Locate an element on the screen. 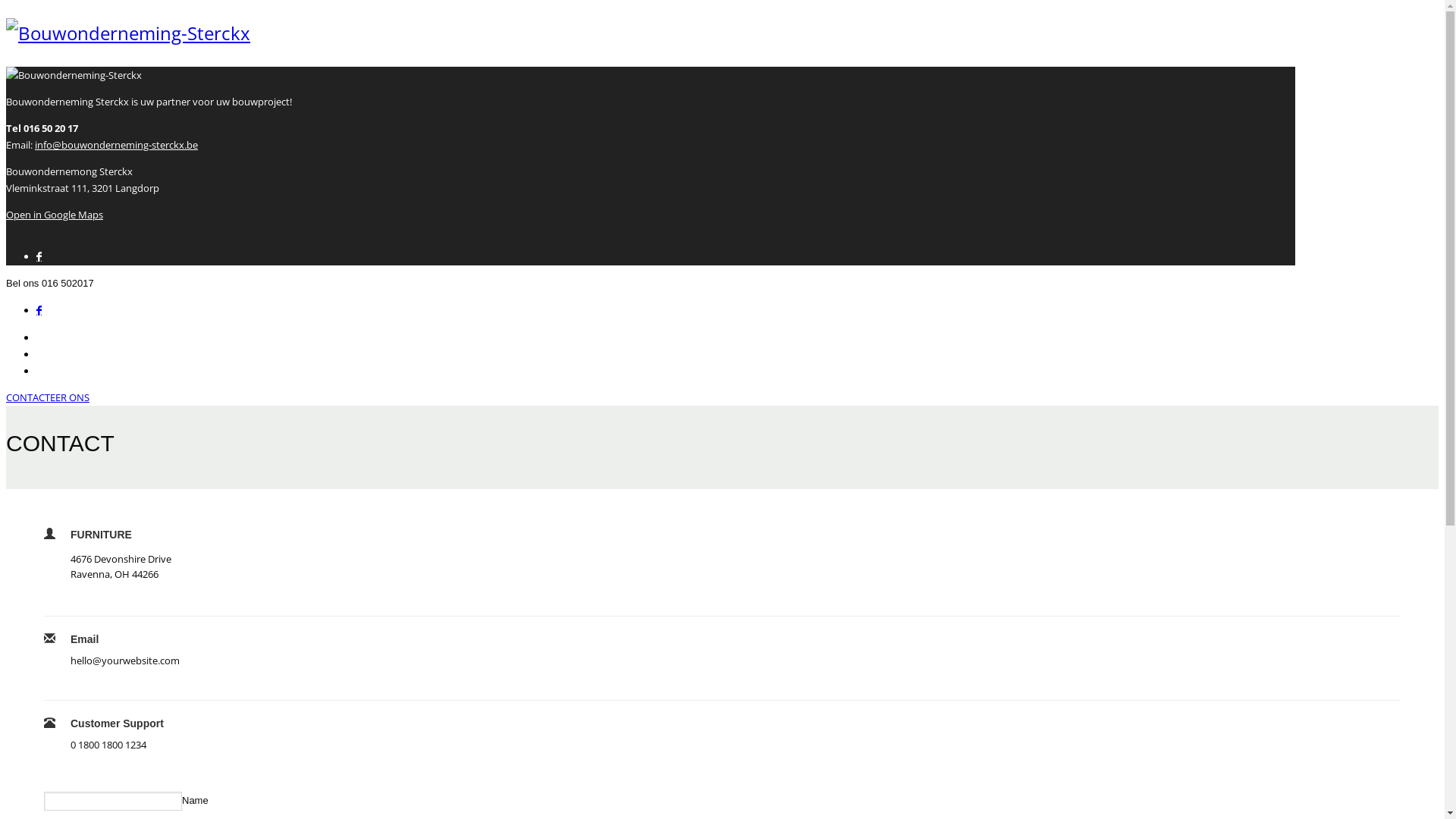 This screenshot has height=819, width=1456. 'Facebook' is located at coordinates (36, 256).